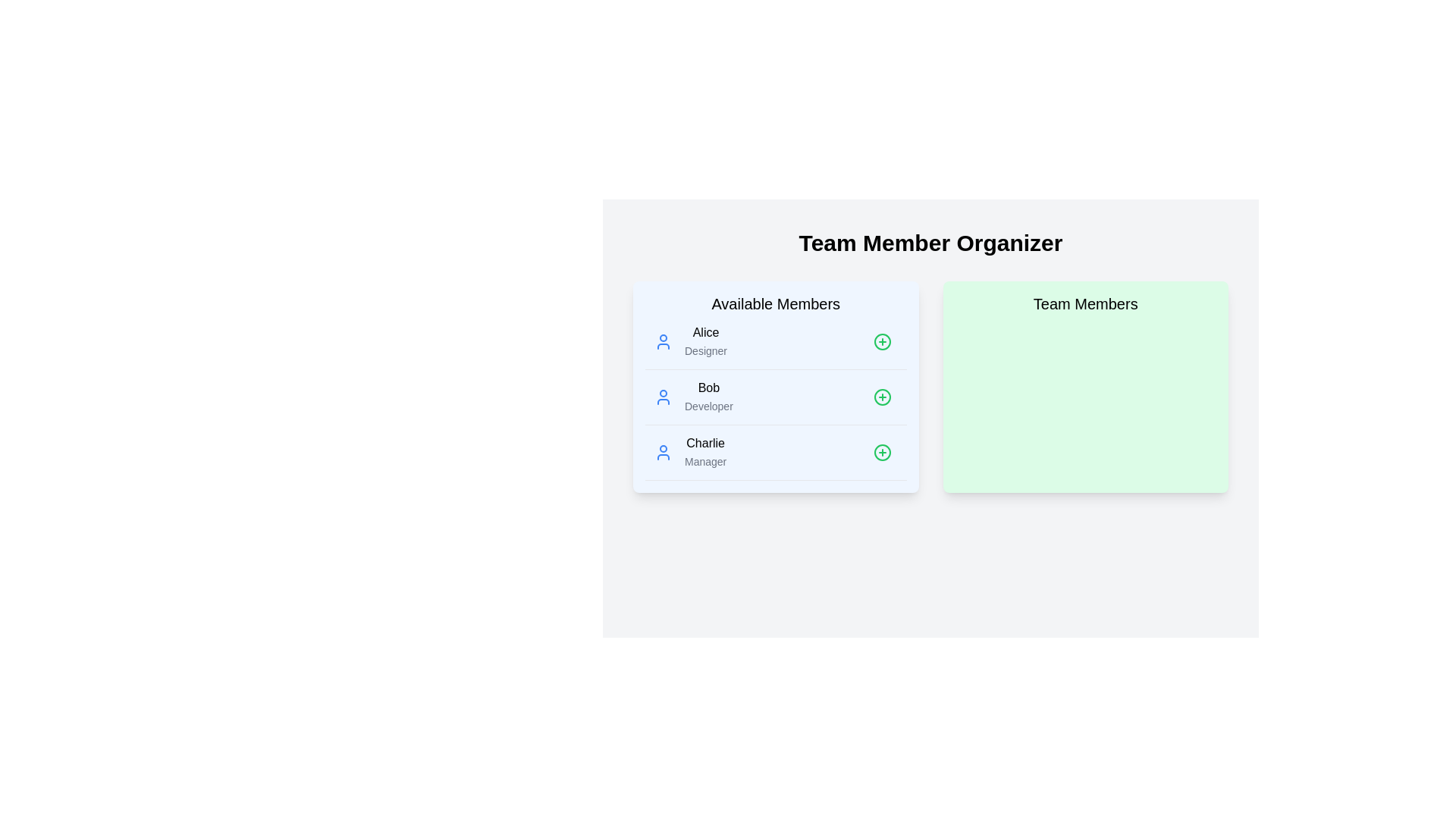 The width and height of the screenshot is (1456, 819). What do you see at coordinates (704, 461) in the screenshot?
I see `the 'Manager' label, a small greyish text block located below 'Charlie' in the 'Available Members' panel` at bounding box center [704, 461].